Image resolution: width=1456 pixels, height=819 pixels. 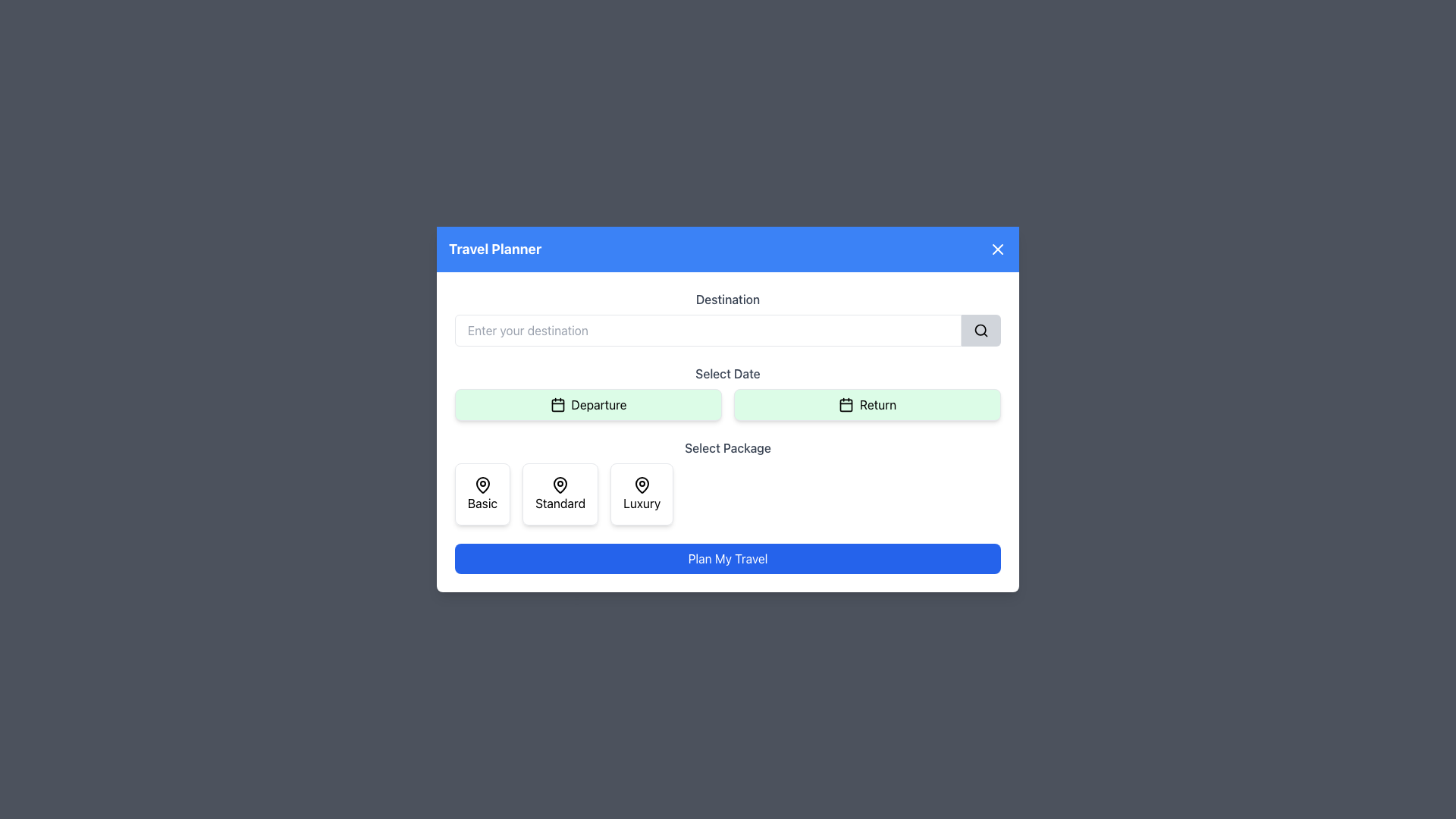 What do you see at coordinates (560, 503) in the screenshot?
I see `the 'Standard' package option label in the 'Select Package' section` at bounding box center [560, 503].